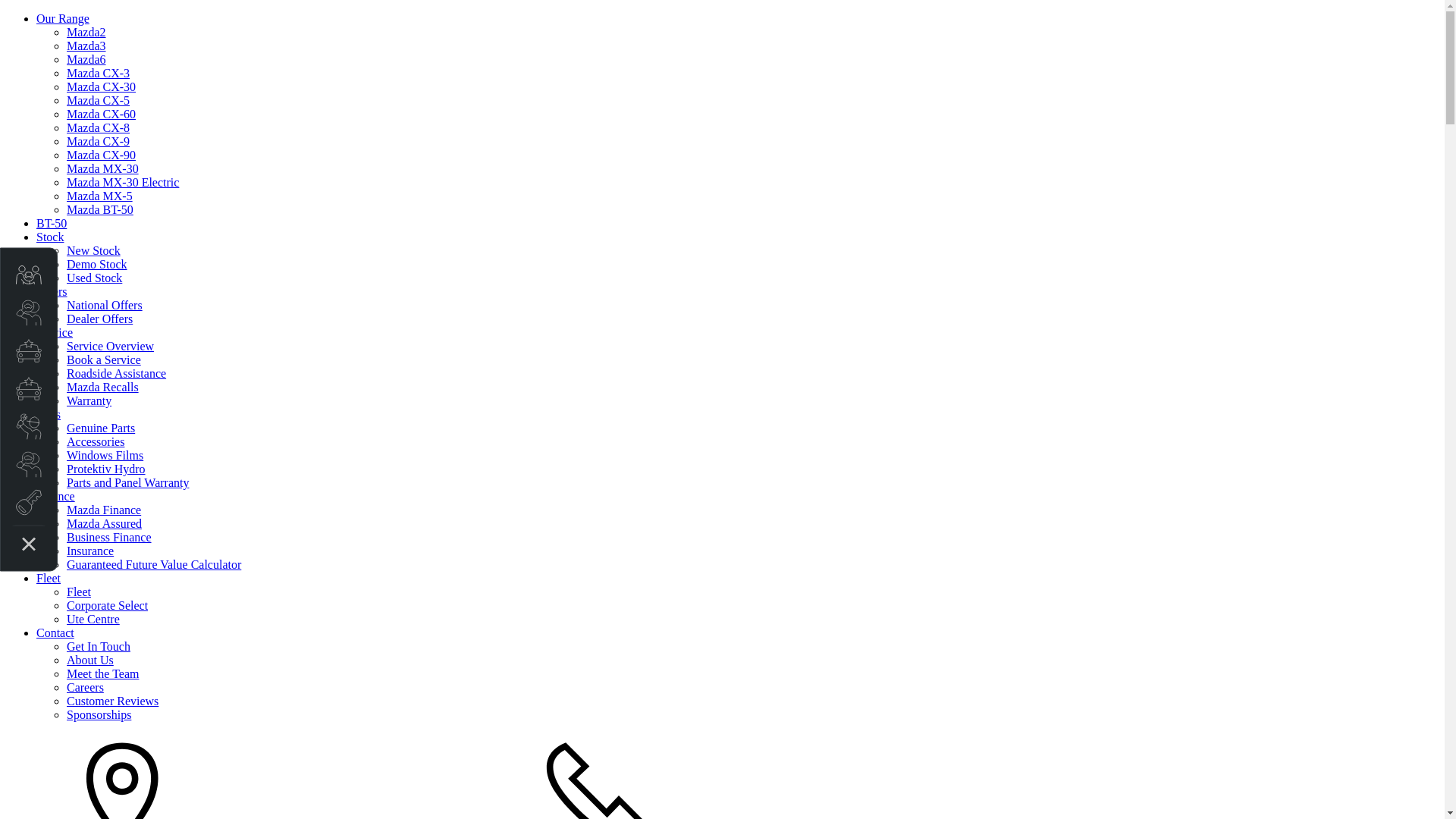 This screenshot has width=1456, height=819. I want to click on 'Windows Films', so click(104, 454).